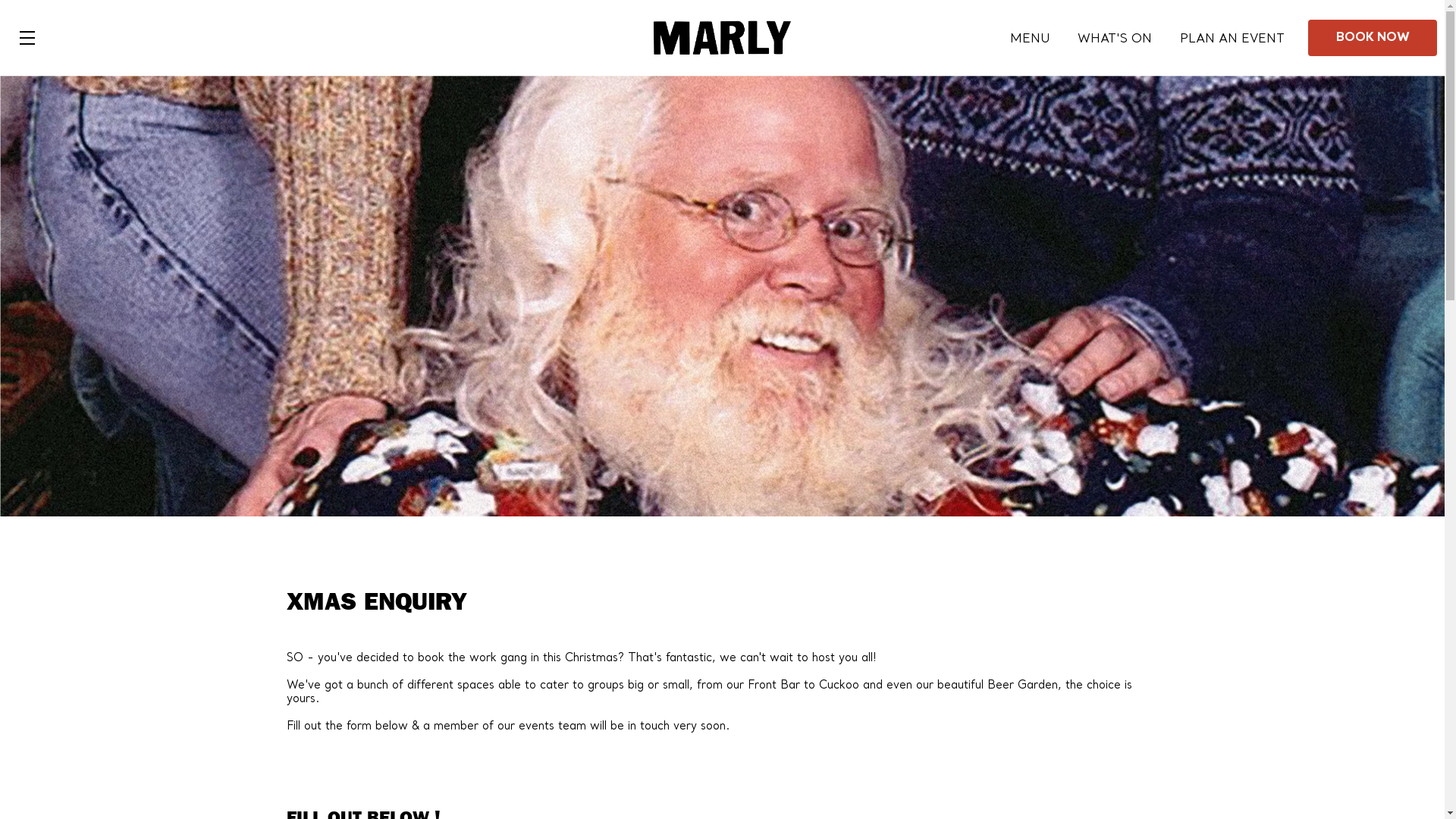 This screenshot has width=1456, height=819. I want to click on 'PLAN AN EVENT', so click(1232, 38).